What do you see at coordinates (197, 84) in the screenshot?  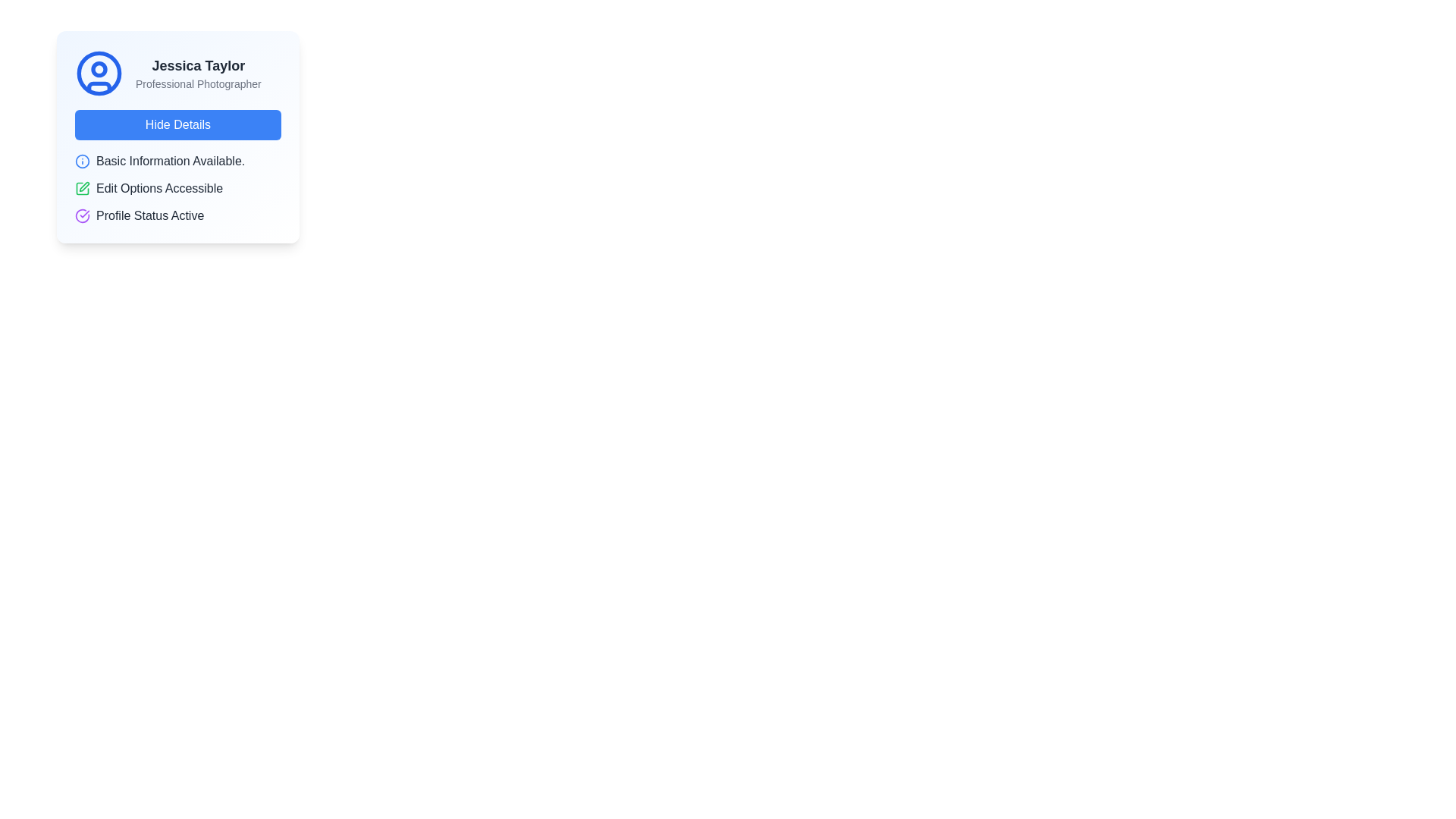 I see `the text label 'Professional Photographer' which is styled in small gray font and positioned below 'Jessica Taylor'` at bounding box center [197, 84].